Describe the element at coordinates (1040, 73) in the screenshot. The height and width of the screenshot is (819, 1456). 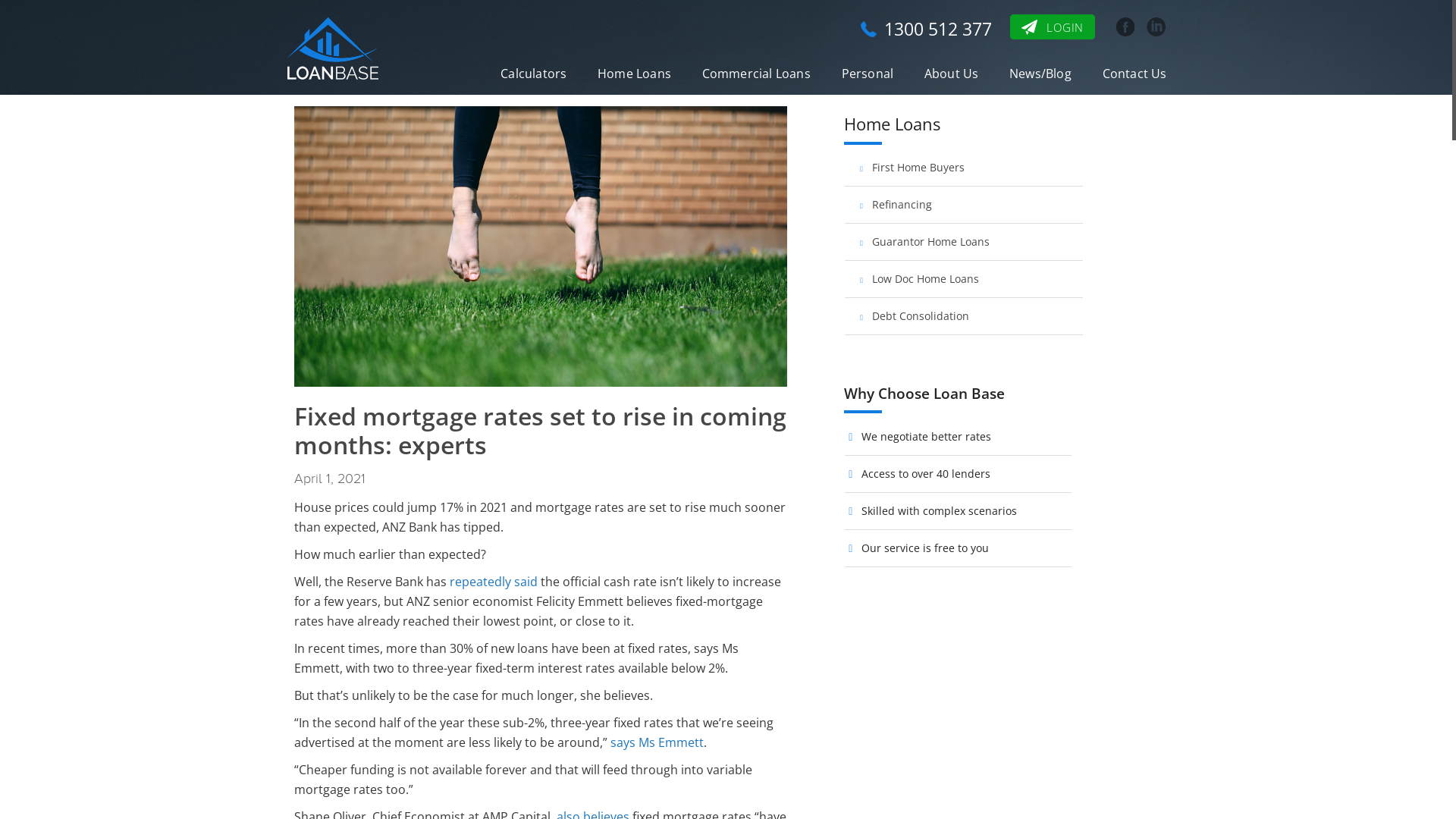
I see `'News/Blog'` at that location.